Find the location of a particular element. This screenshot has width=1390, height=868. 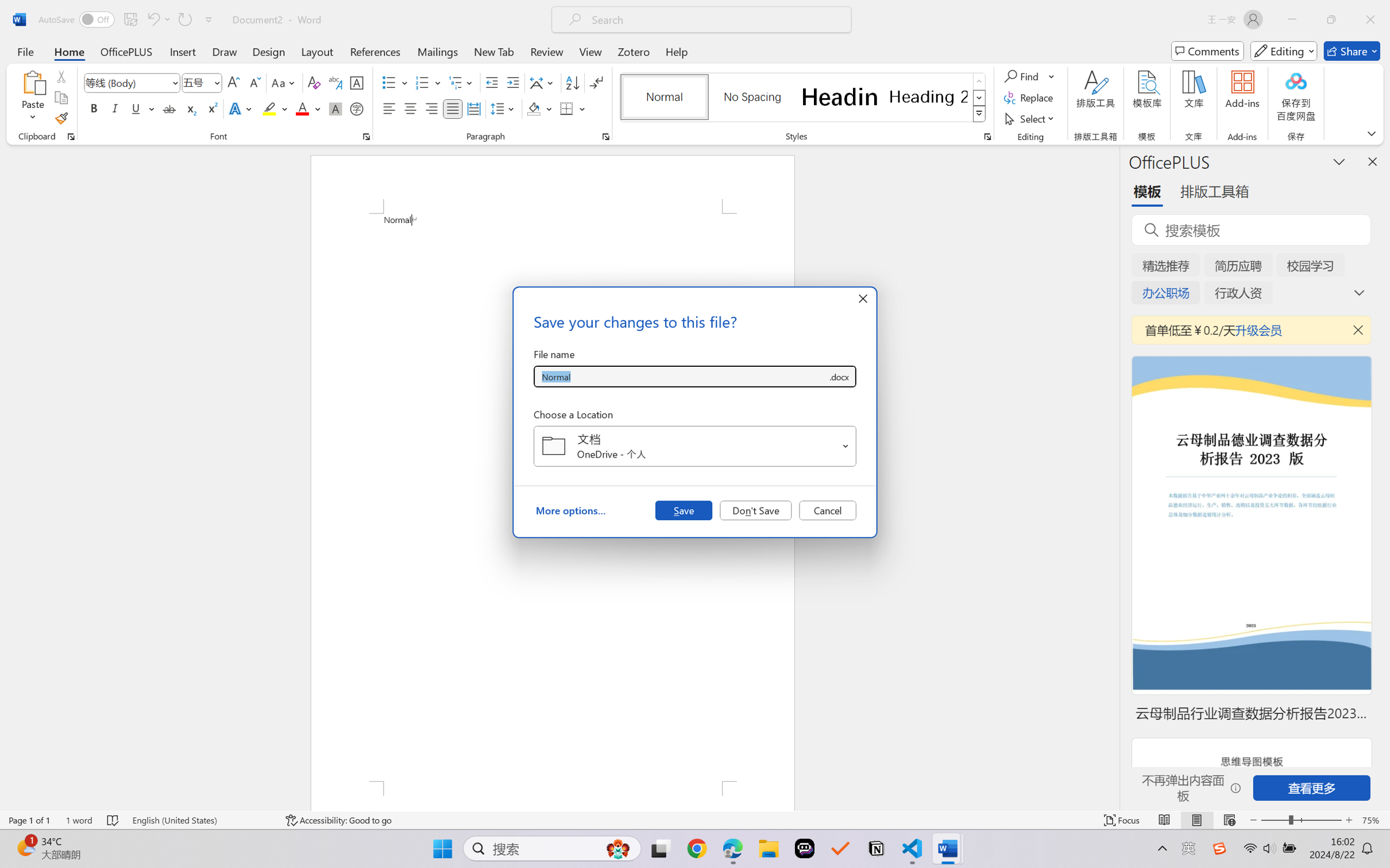

'Undo Apply Quick Style' is located at coordinates (152, 19).